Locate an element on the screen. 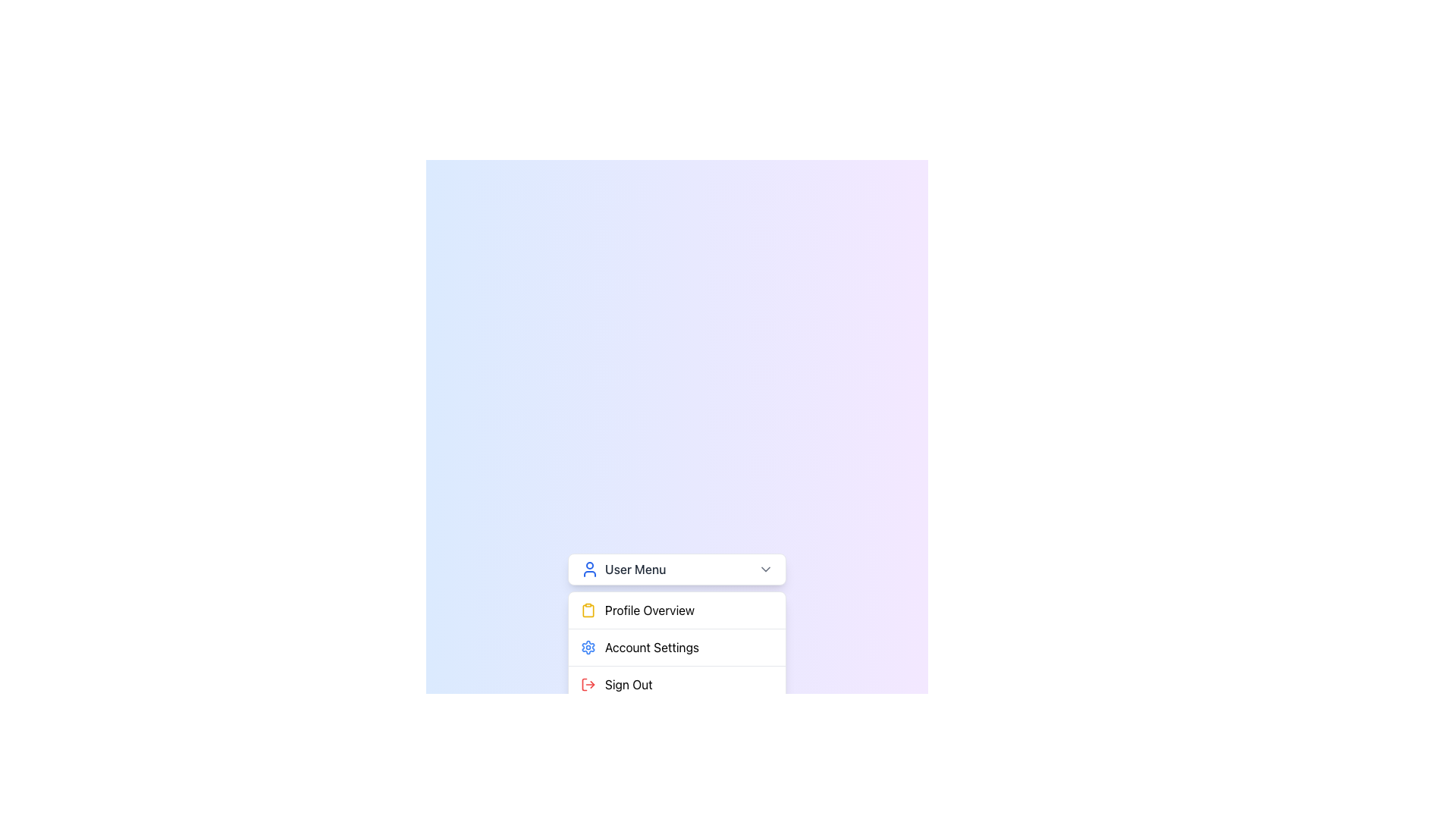 The height and width of the screenshot is (819, 1456). the user icon, which is a blue silhouette of a head and shoulders, located at the upper left corner of the dropdown menu and positioned before the 'User Menu' text is located at coordinates (588, 570).